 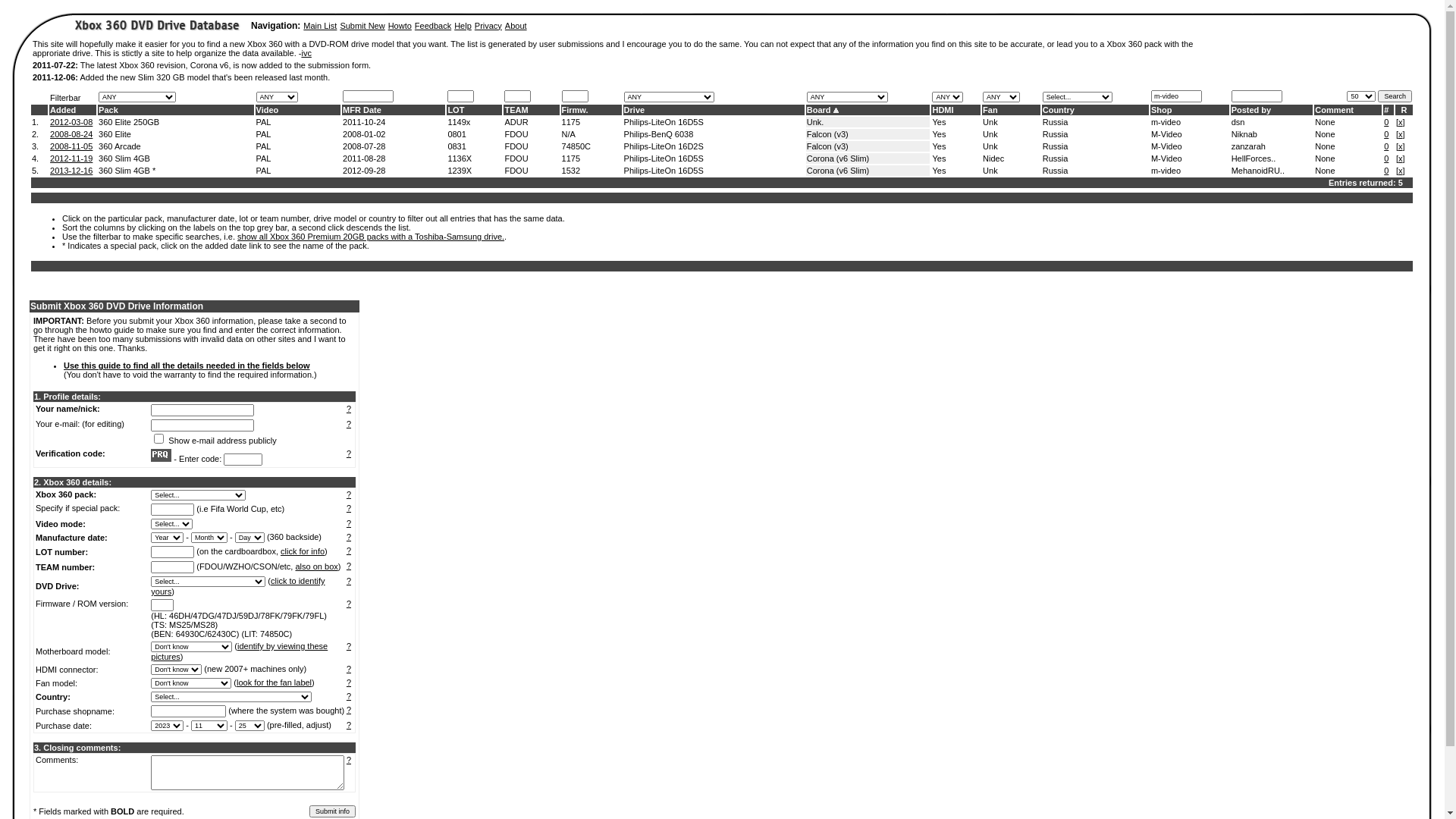 I want to click on 'Niknab', so click(x=1244, y=133).